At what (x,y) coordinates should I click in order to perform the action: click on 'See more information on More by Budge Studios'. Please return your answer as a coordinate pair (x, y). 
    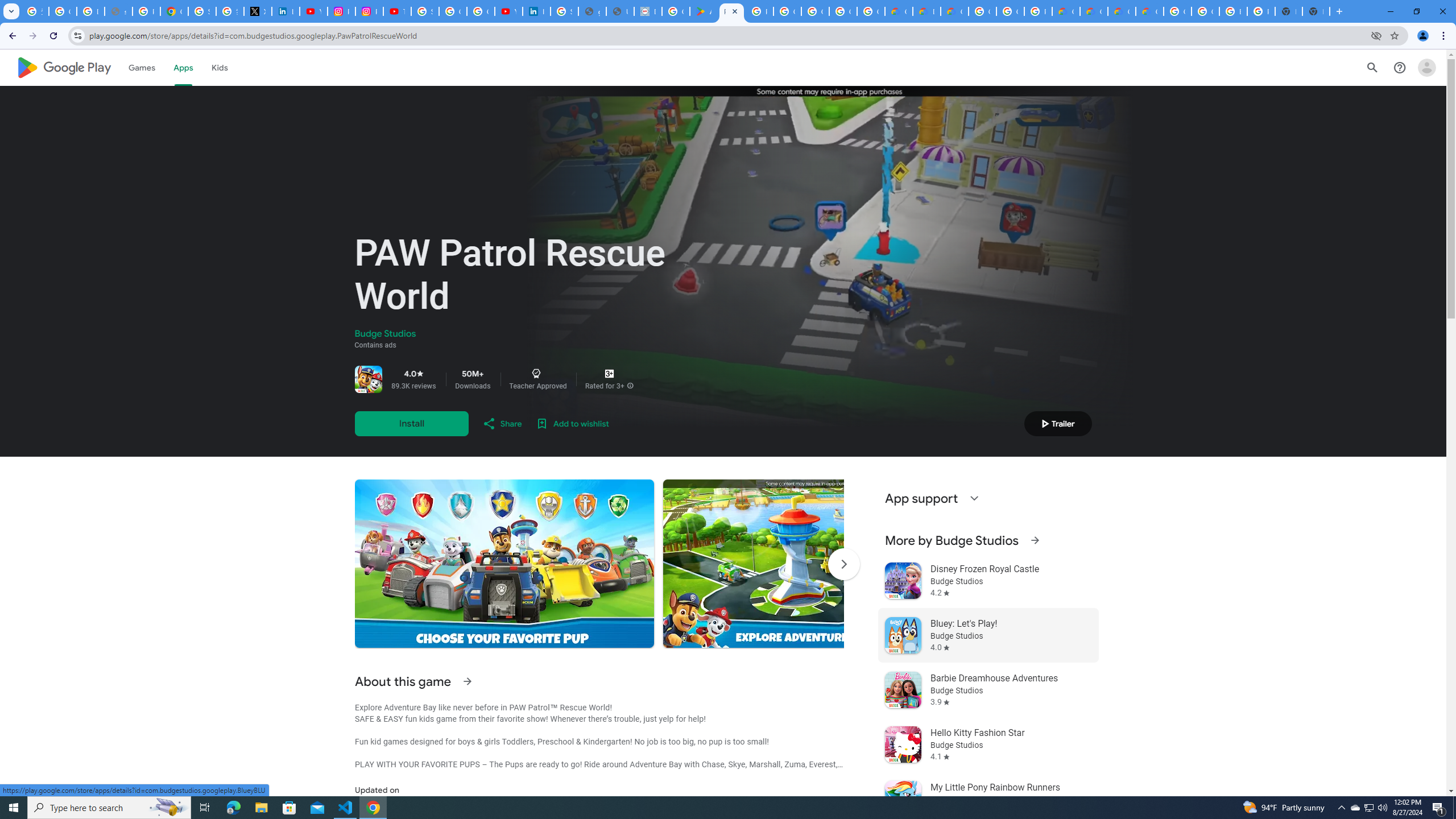
    Looking at the image, I should click on (1034, 540).